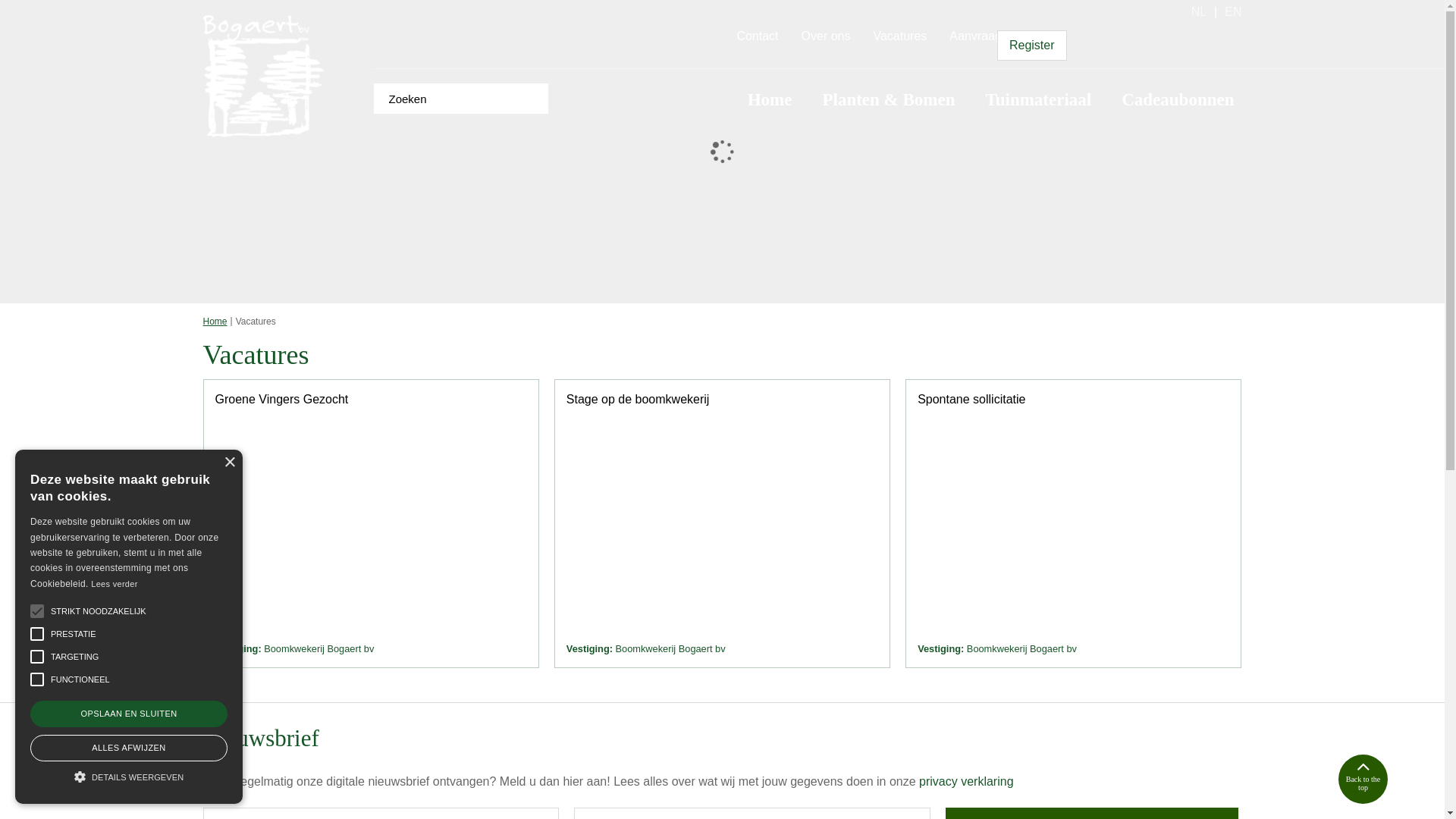 The height and width of the screenshot is (819, 1456). Describe the element at coordinates (965, 781) in the screenshot. I see `'privacy verklaring'` at that location.